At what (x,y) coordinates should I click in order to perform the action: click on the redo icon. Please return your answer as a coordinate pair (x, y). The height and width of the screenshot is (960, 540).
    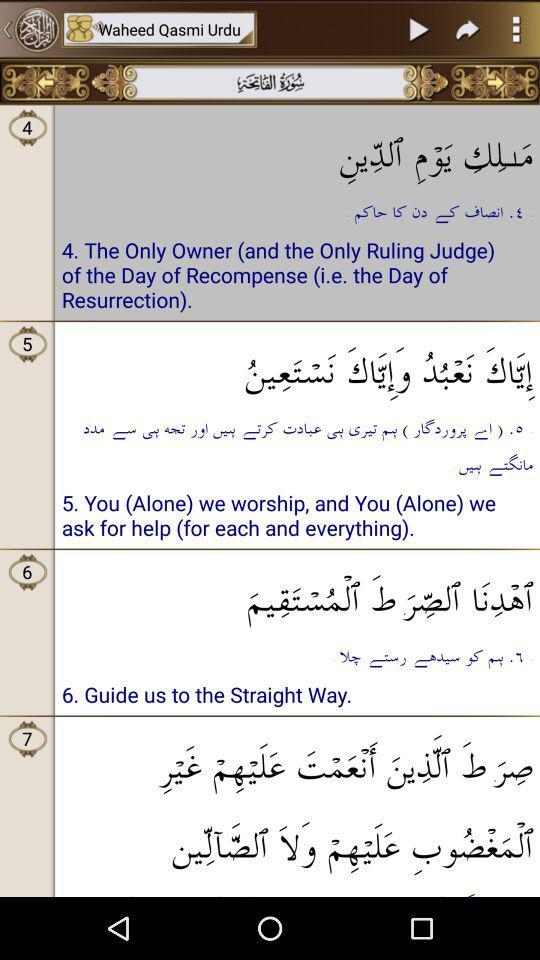
    Looking at the image, I should click on (468, 30).